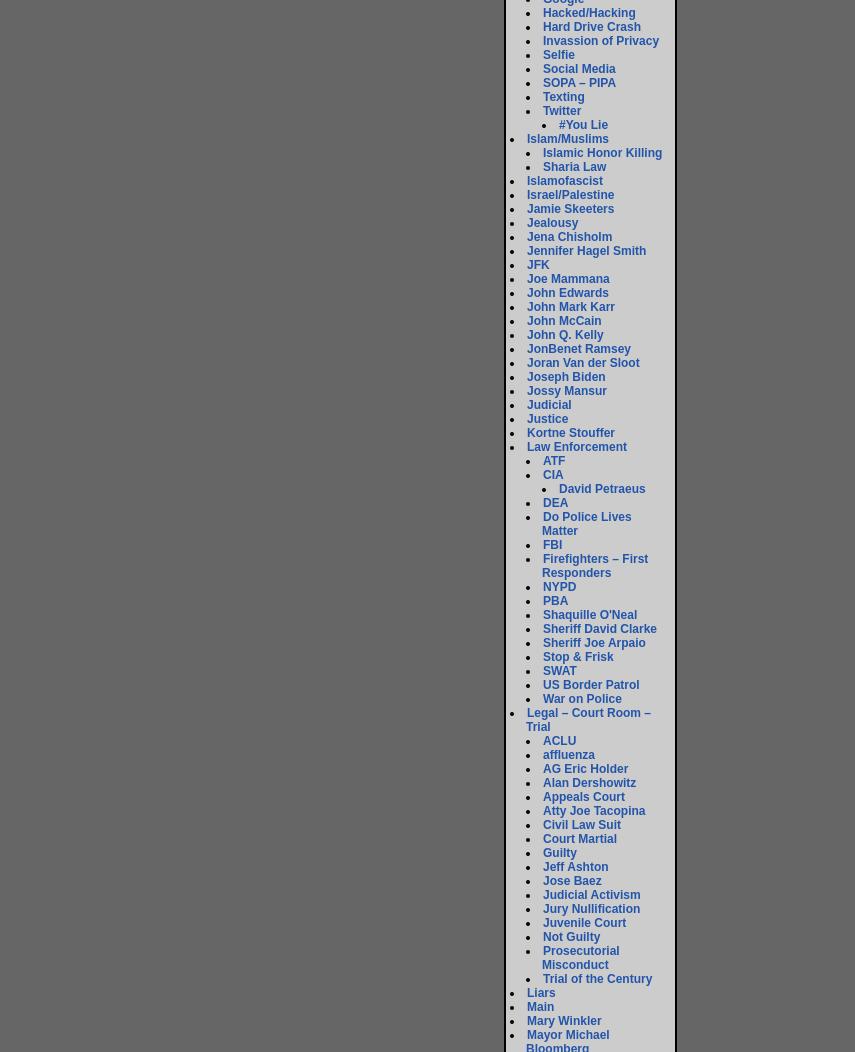 The image size is (855, 1052). What do you see at coordinates (569, 209) in the screenshot?
I see `'Jamie Skeeters'` at bounding box center [569, 209].